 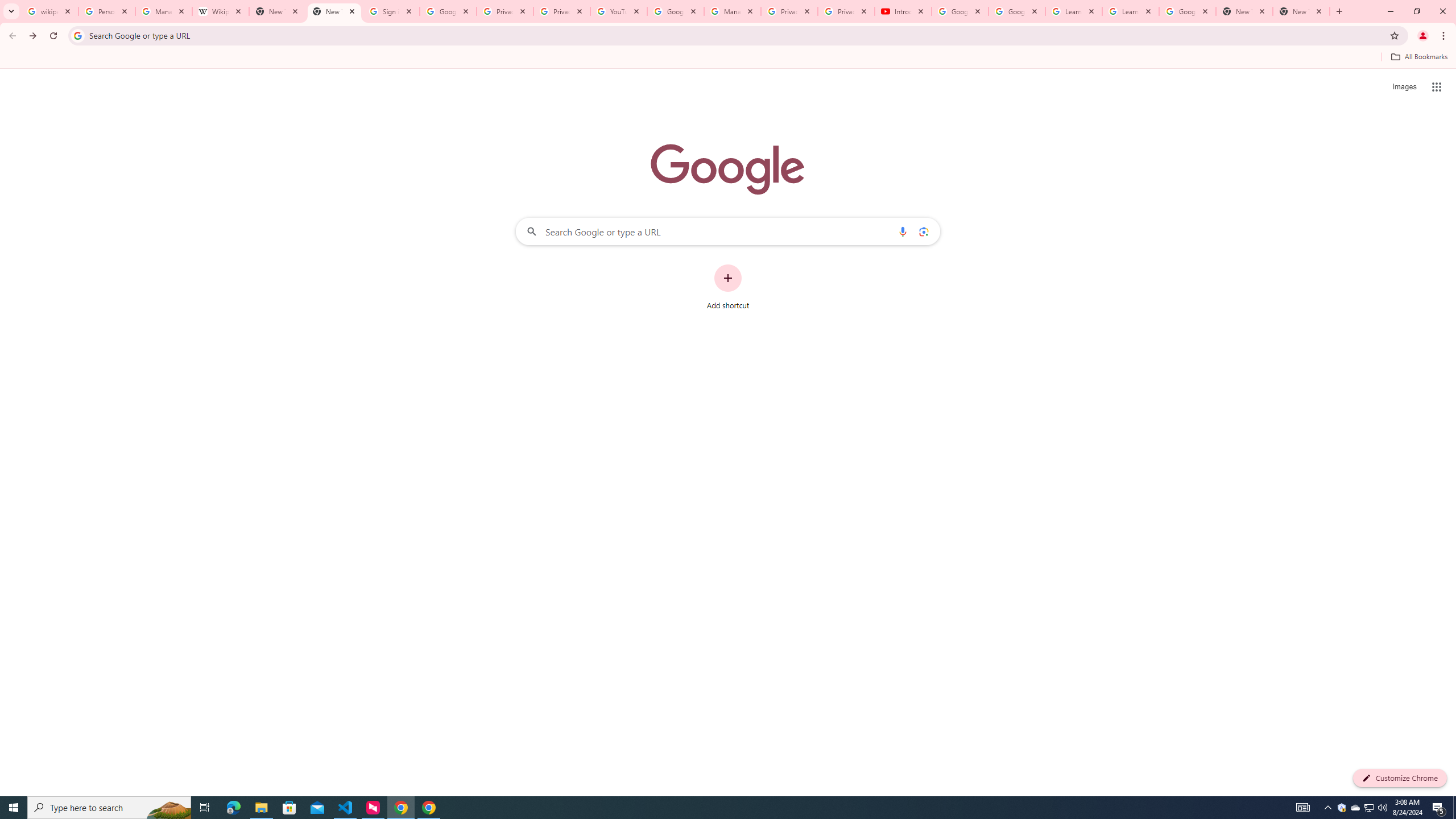 I want to click on 'Google Drive: Sign-in', so click(x=448, y=11).